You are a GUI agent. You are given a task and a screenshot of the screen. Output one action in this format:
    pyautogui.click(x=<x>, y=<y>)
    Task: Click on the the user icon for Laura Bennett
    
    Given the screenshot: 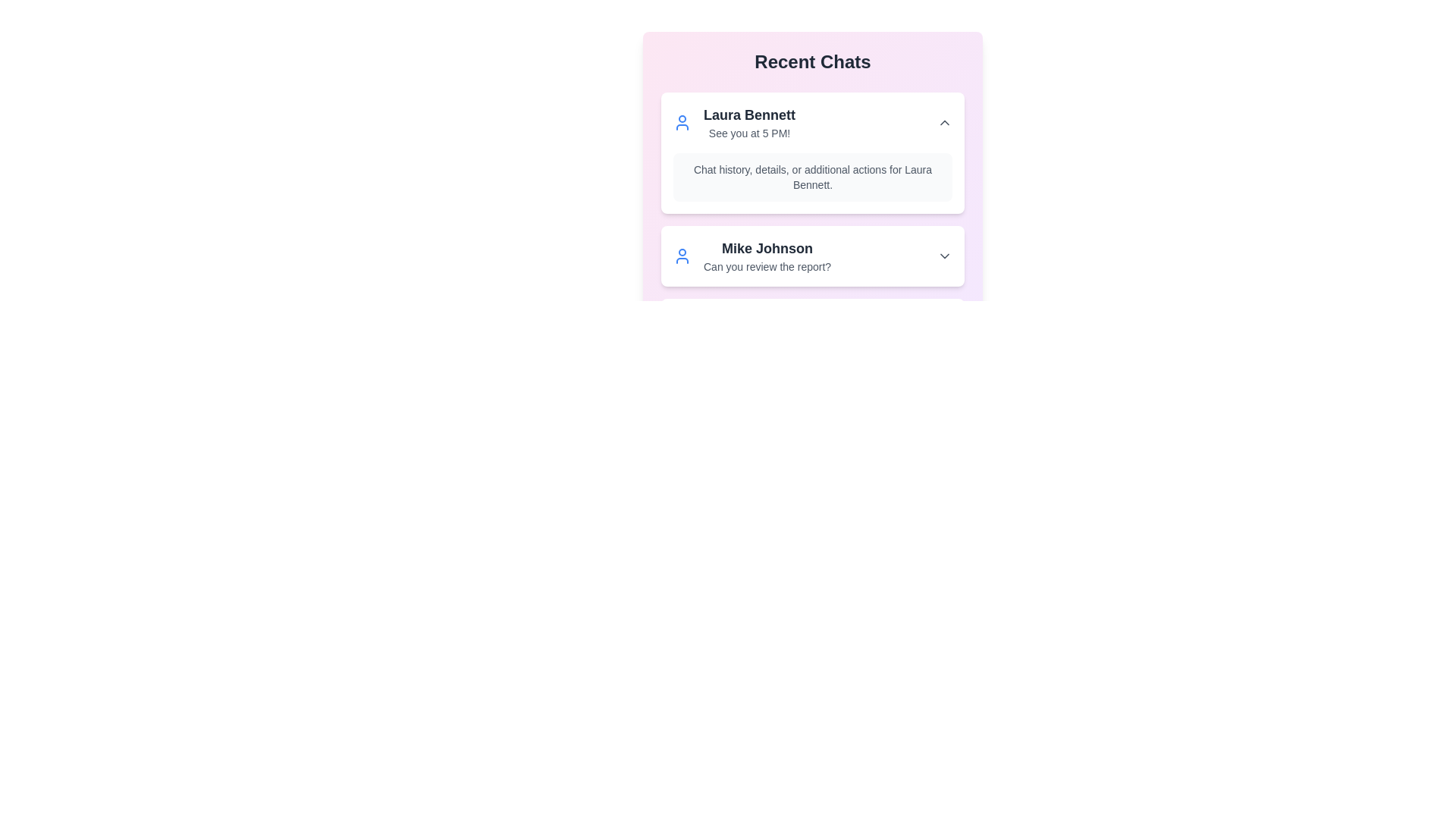 What is the action you would take?
    pyautogui.click(x=682, y=122)
    